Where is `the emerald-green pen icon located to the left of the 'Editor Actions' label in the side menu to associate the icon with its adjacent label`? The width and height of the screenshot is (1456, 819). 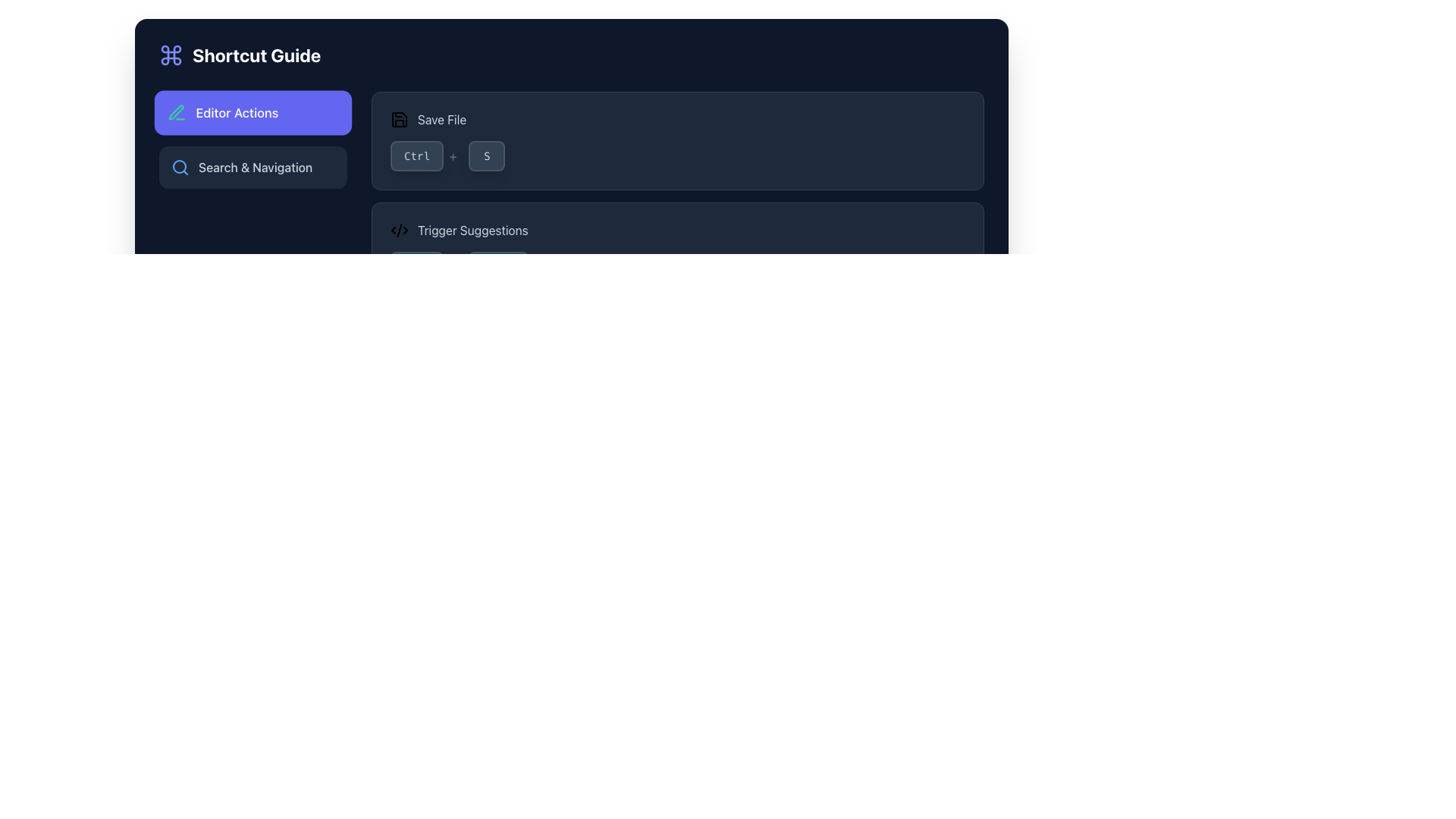
the emerald-green pen icon located to the left of the 'Editor Actions' label in the side menu to associate the icon with its adjacent label is located at coordinates (176, 111).